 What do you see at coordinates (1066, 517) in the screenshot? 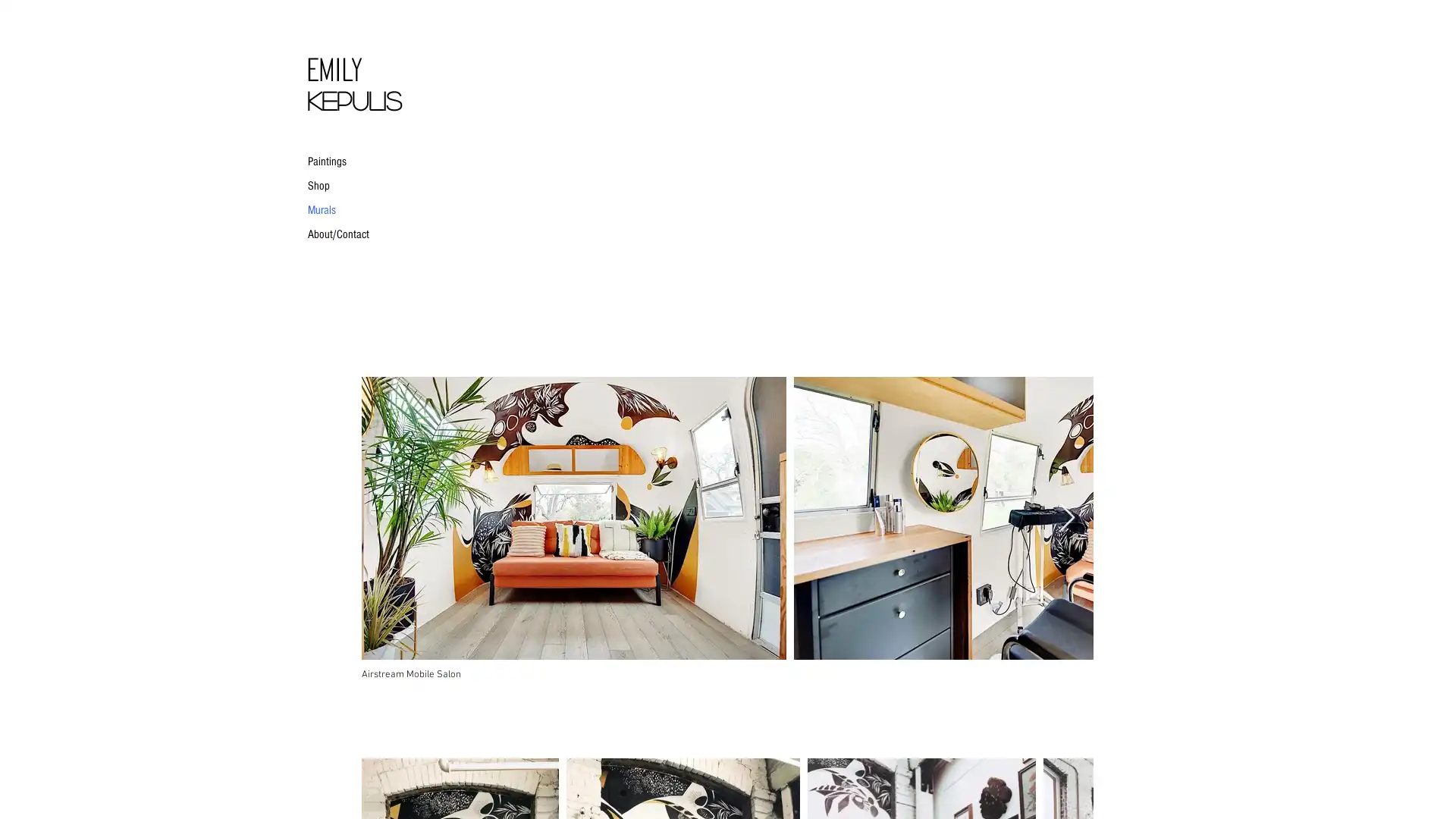
I see `Next Item` at bounding box center [1066, 517].